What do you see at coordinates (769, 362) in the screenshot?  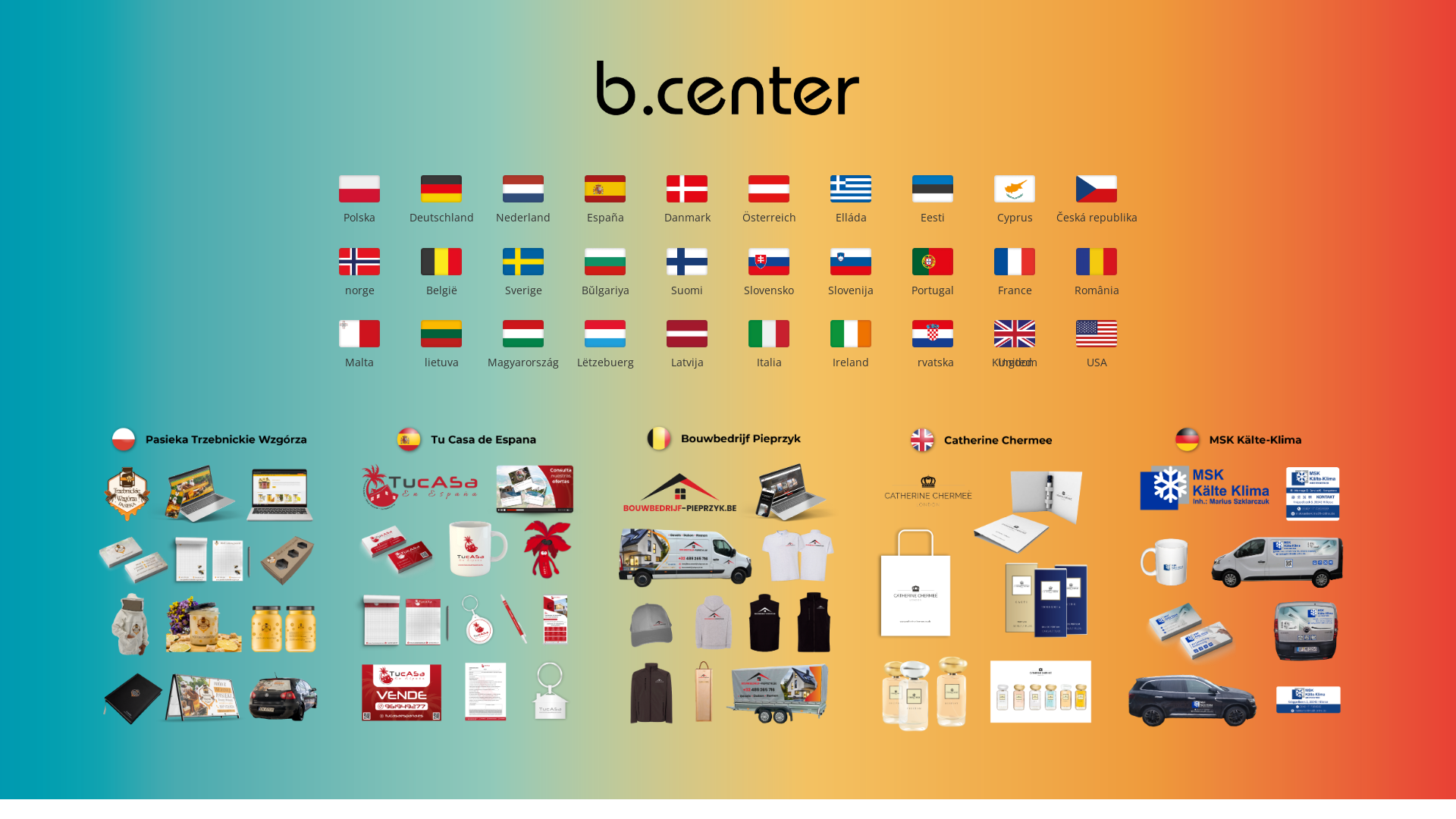 I see `'Italia'` at bounding box center [769, 362].